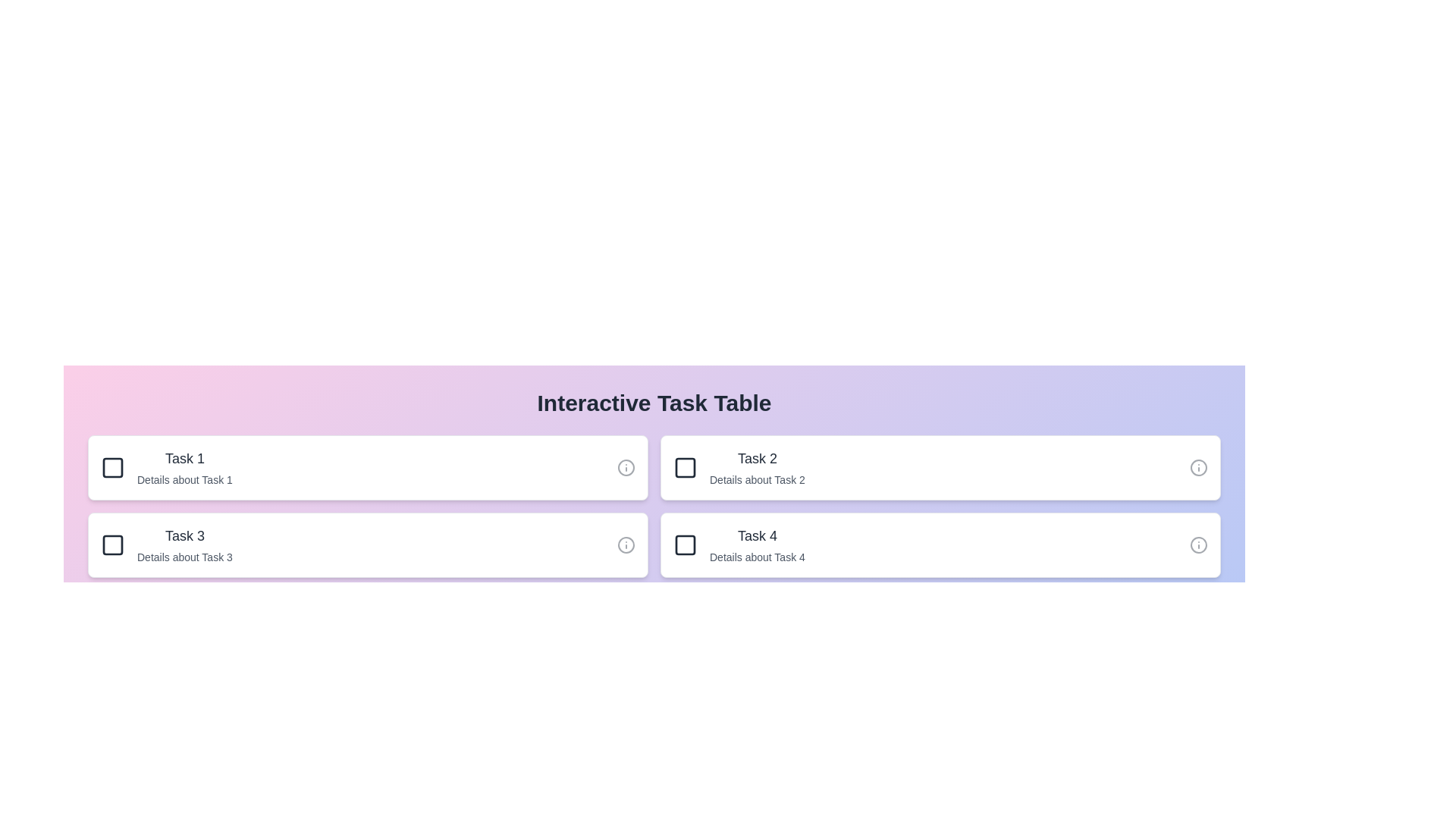 This screenshot has width=1456, height=819. Describe the element at coordinates (684, 467) in the screenshot. I see `checkbox next to task 2 to mark it as completed` at that location.